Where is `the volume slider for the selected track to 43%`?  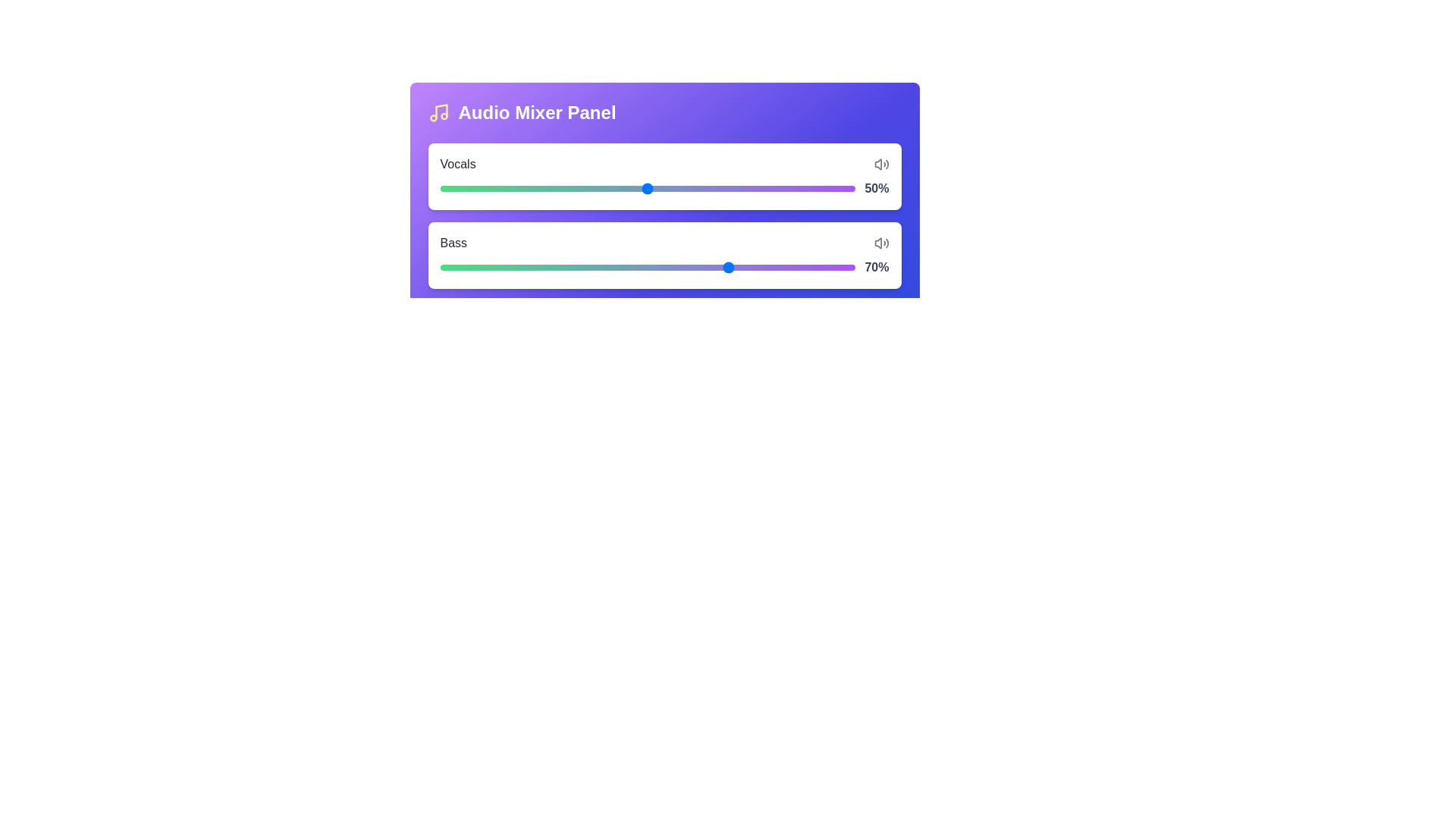
the volume slider for the selected track to 43% is located at coordinates (619, 185).